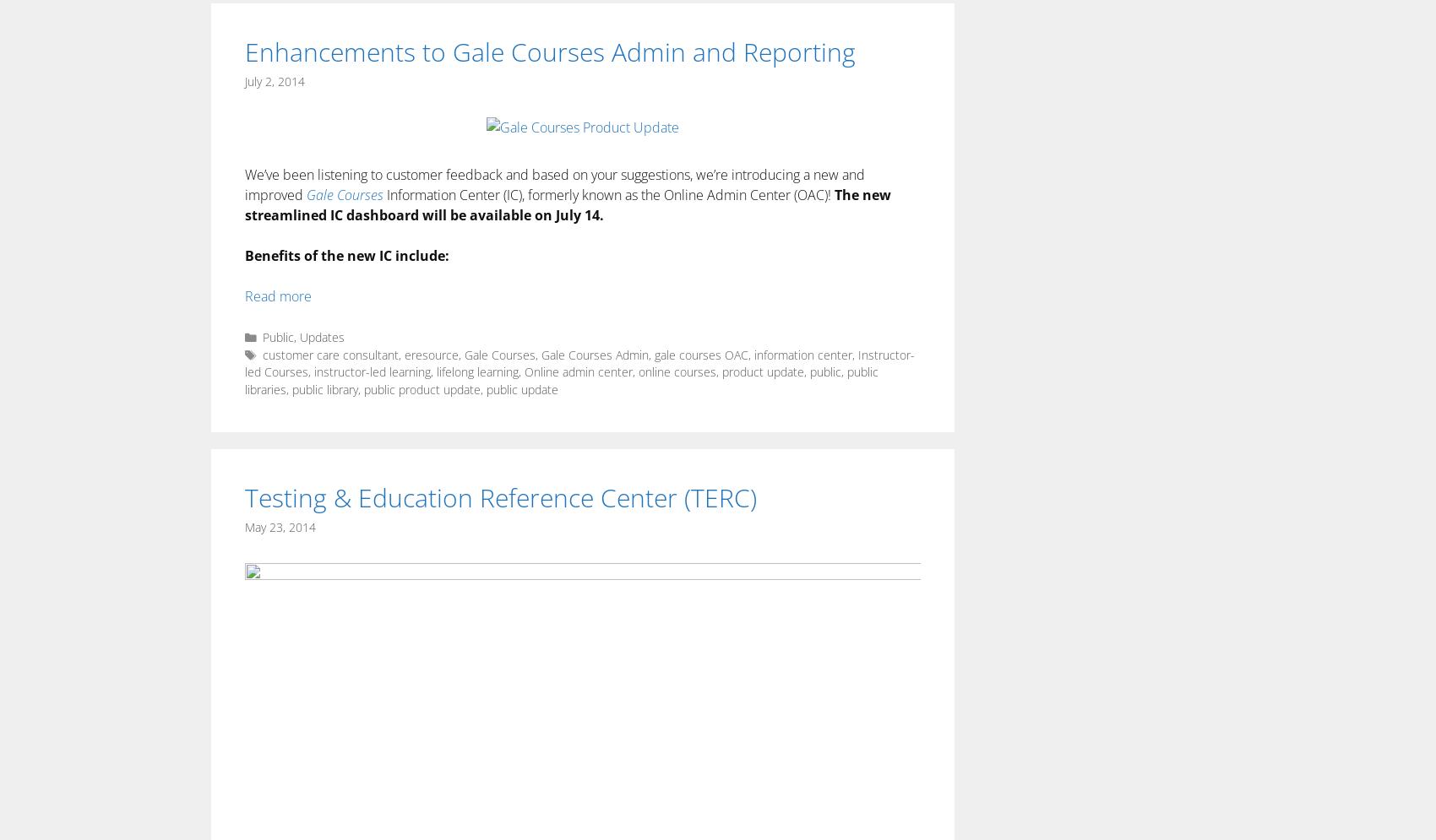 The height and width of the screenshot is (840, 1436). I want to click on 'Enhancements to Gale Courses Admin and Reporting', so click(550, 50).